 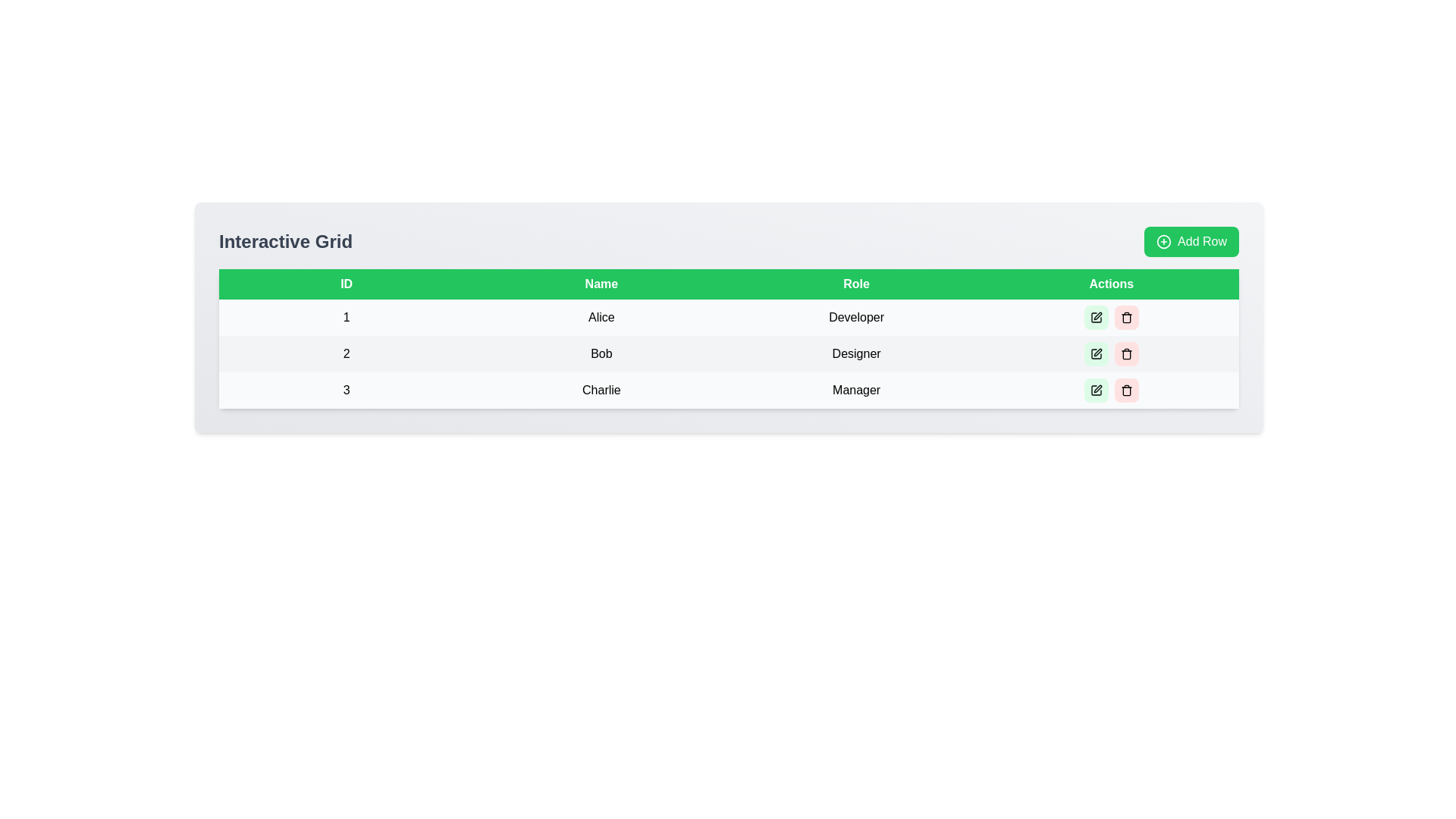 What do you see at coordinates (1111, 284) in the screenshot?
I see `the 'Actions' column header text label, which is the fourth item in the header row of the grid layout` at bounding box center [1111, 284].